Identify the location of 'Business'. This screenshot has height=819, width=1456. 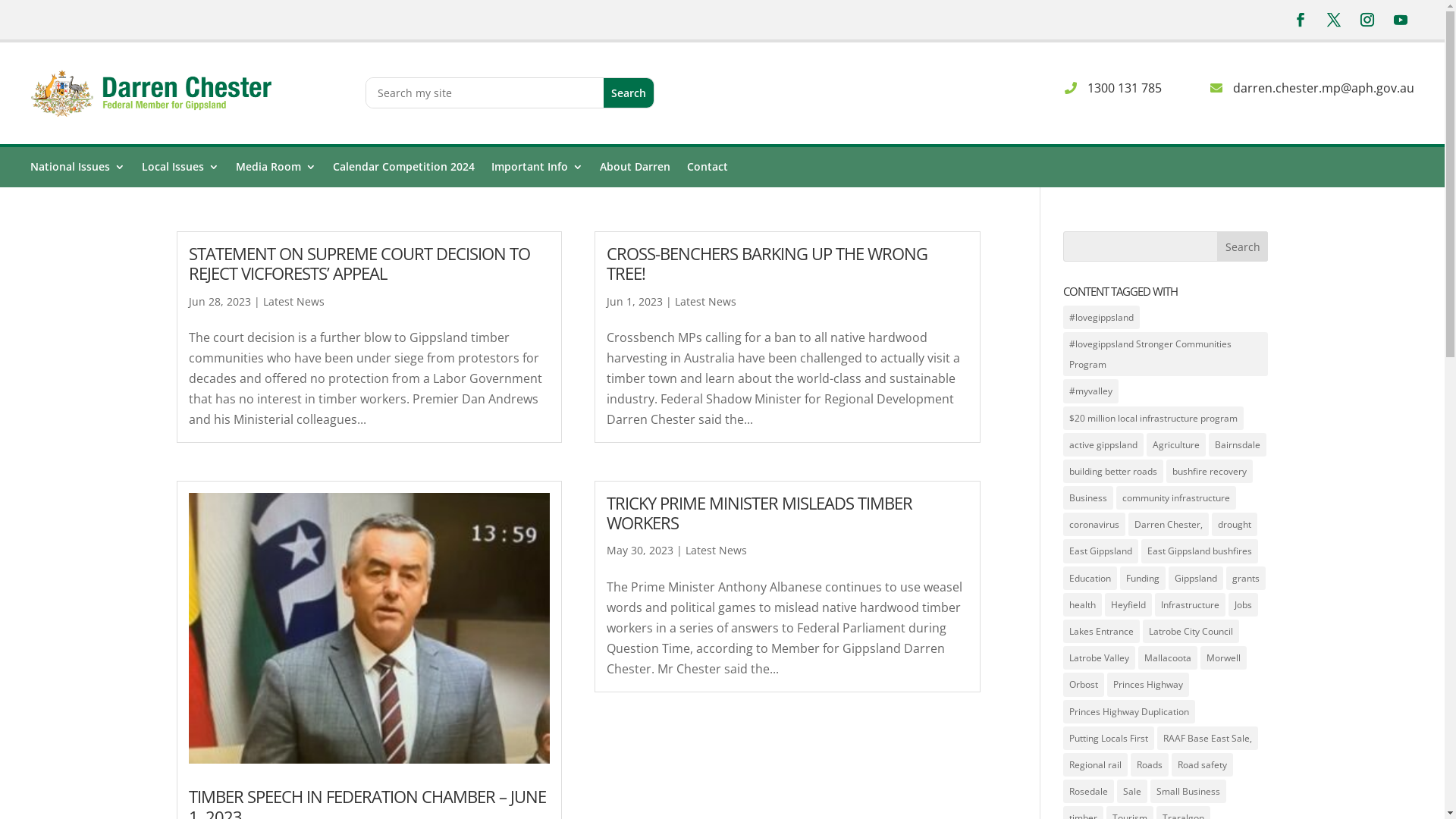
(1087, 497).